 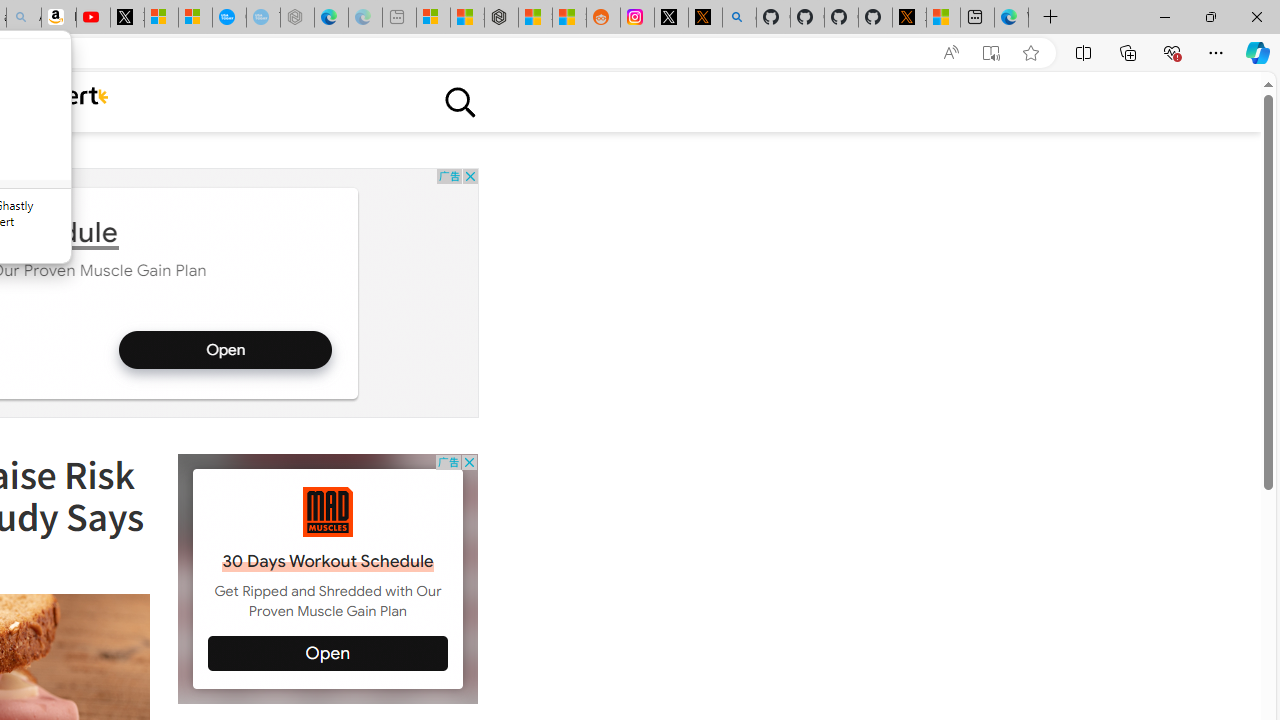 I want to click on 'Log in to X / X', so click(x=672, y=17).